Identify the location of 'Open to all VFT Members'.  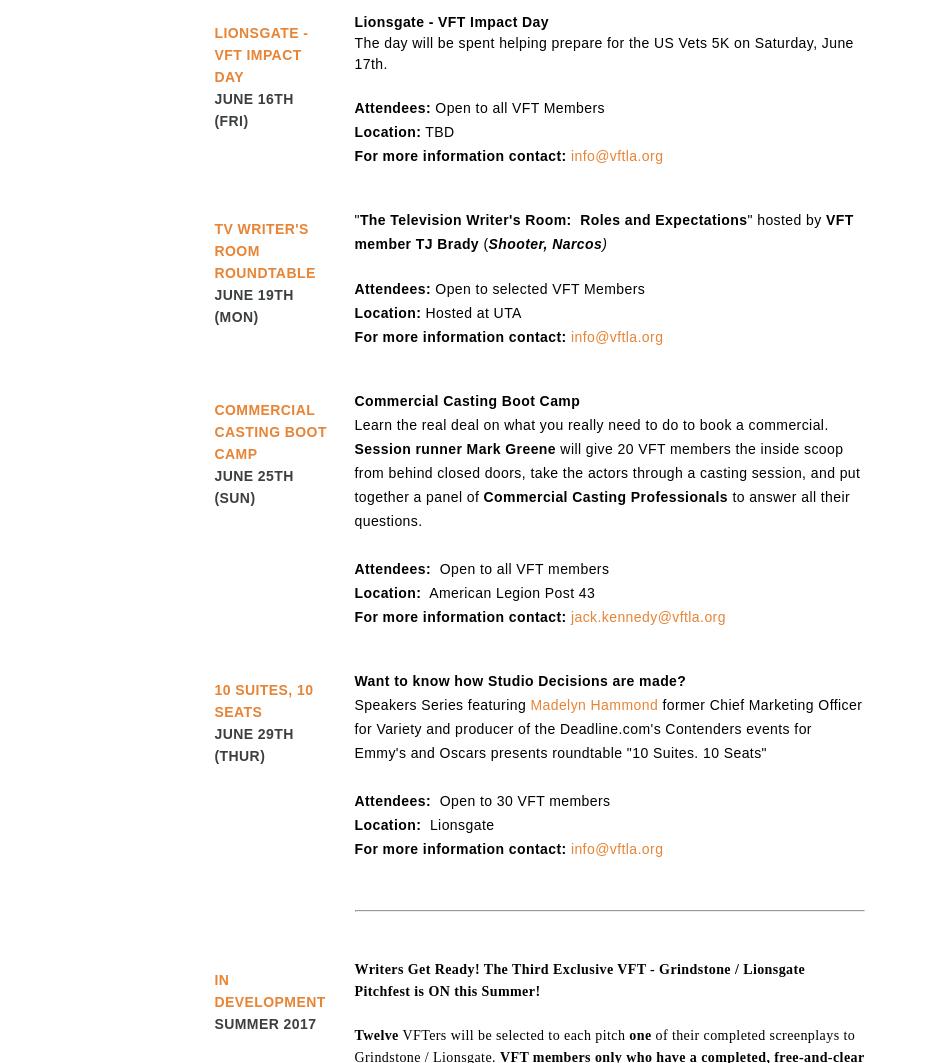
(516, 108).